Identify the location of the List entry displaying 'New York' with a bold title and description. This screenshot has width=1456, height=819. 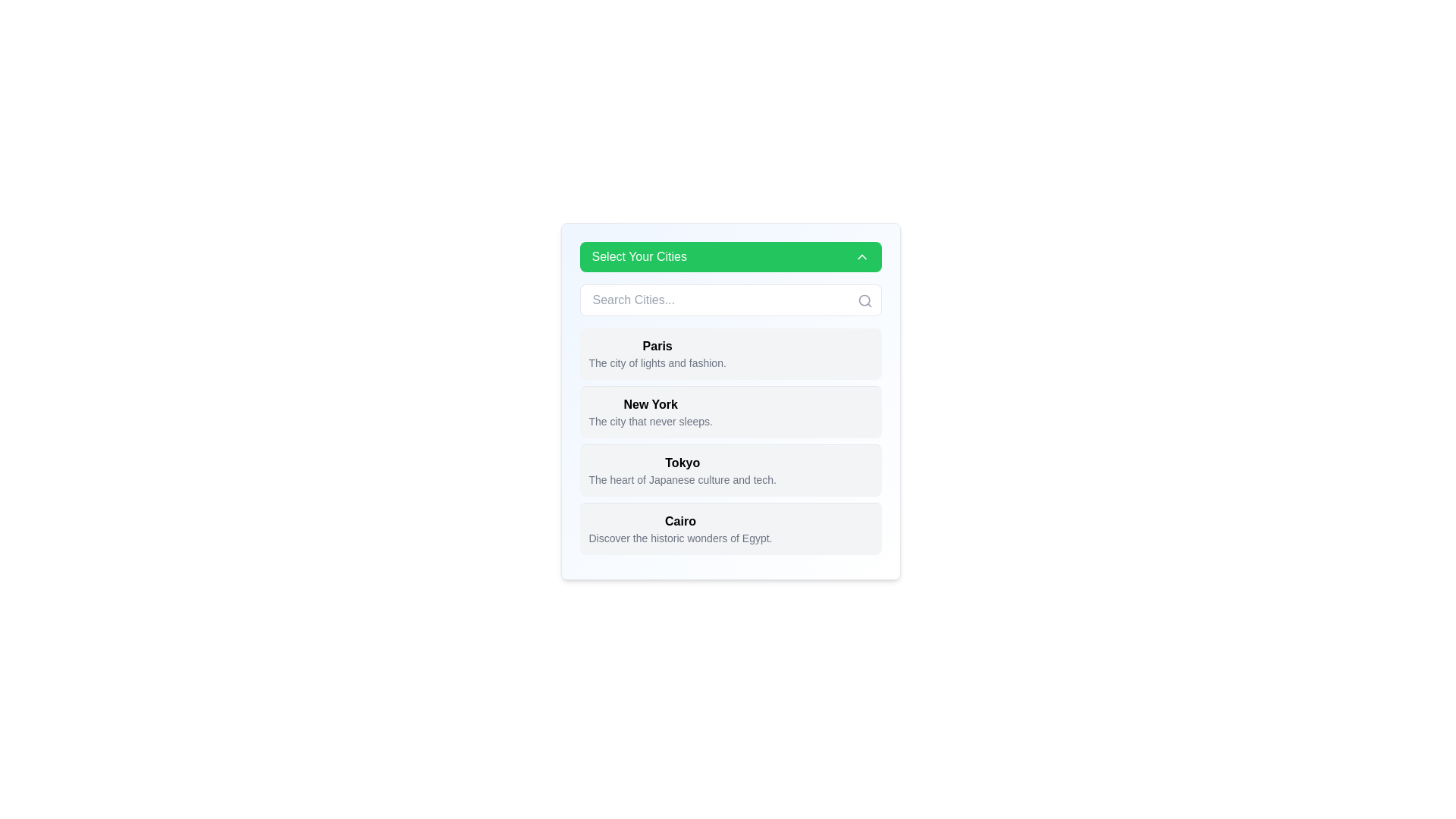
(730, 419).